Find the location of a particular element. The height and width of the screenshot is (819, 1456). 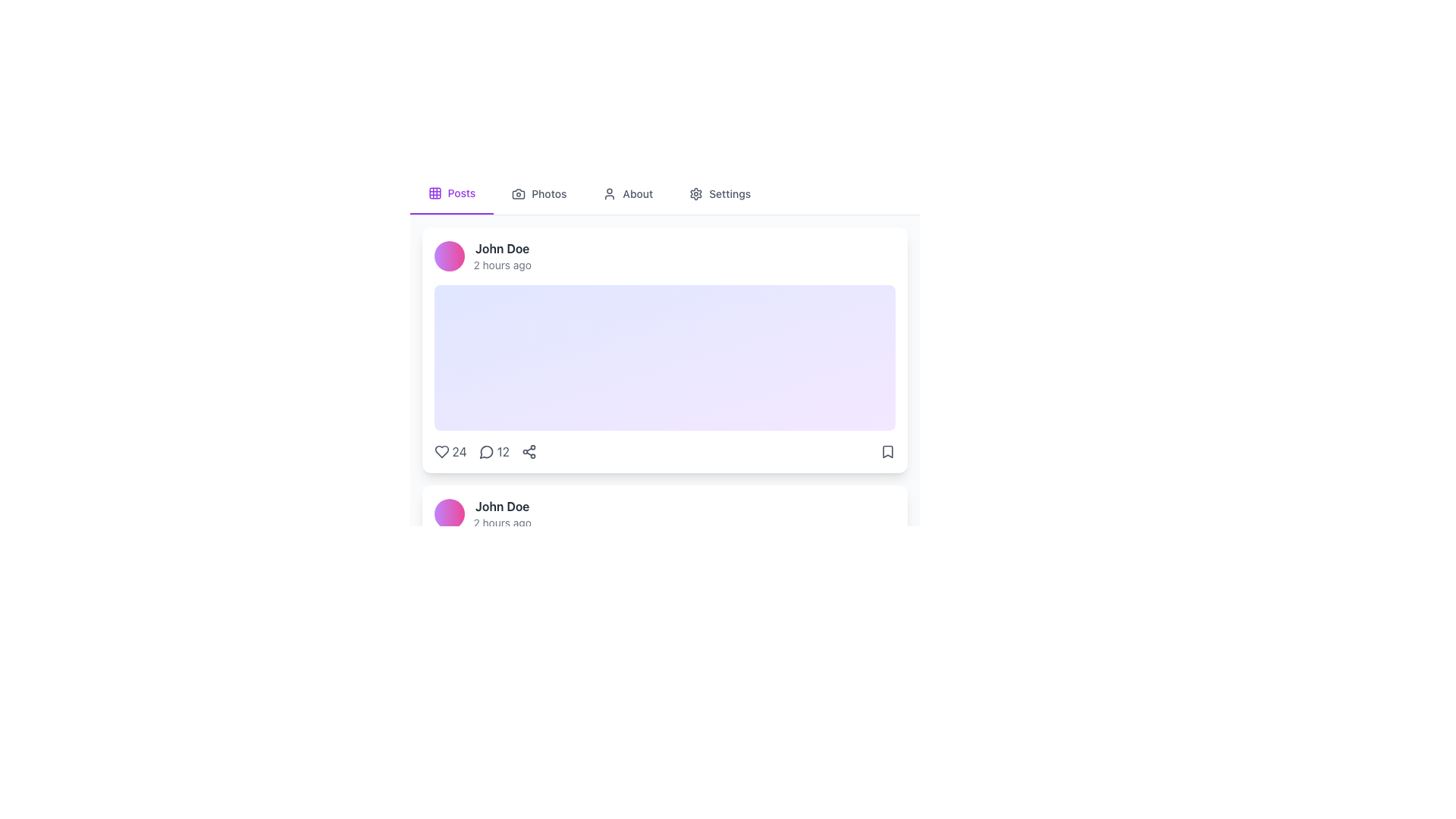

the text label displaying the user's name, which is positioned in the upper-left corner of the user information block, above the timestamp is located at coordinates (502, 506).